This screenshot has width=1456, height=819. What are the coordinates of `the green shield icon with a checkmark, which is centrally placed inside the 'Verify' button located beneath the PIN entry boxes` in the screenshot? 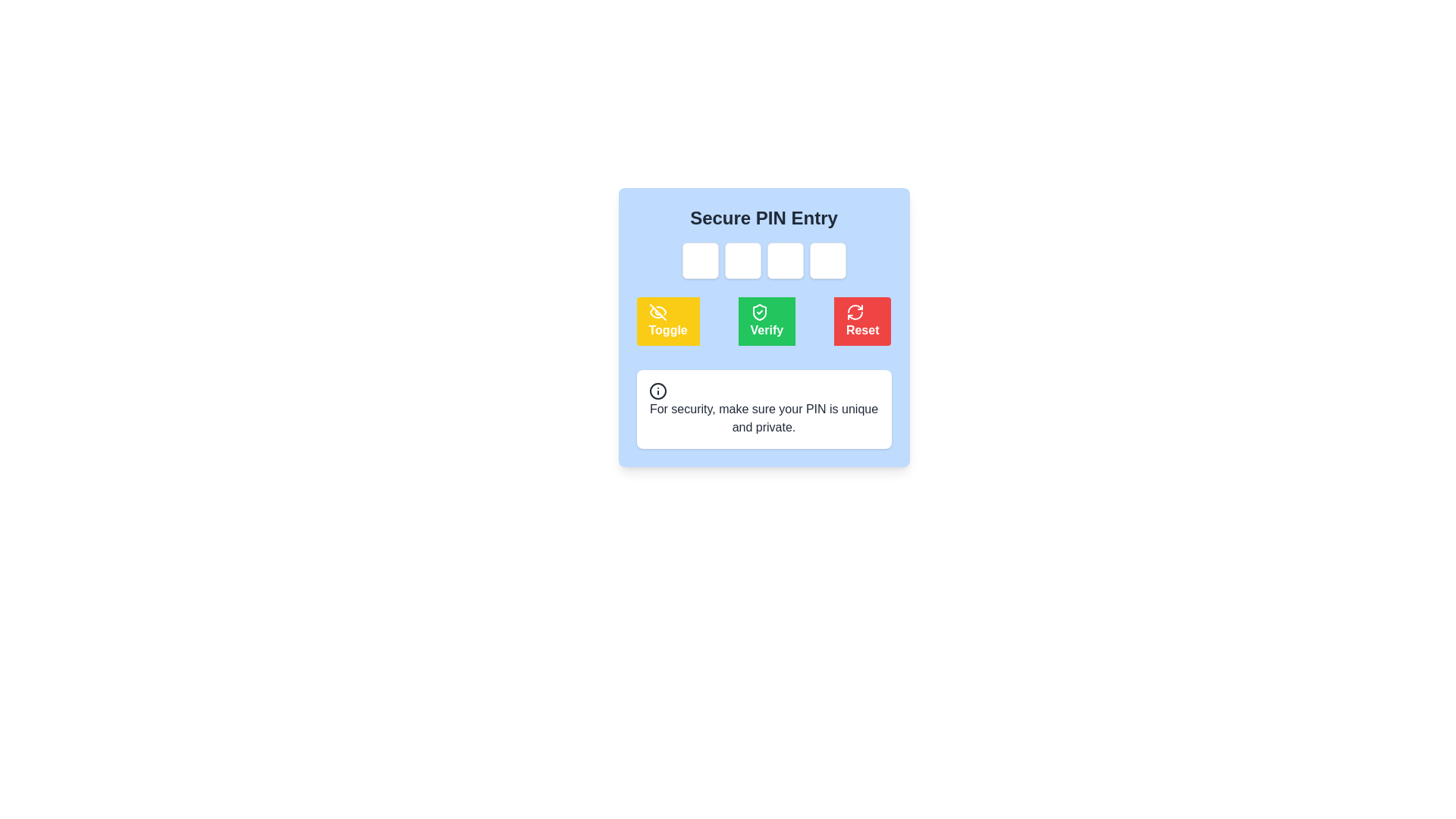 It's located at (759, 312).